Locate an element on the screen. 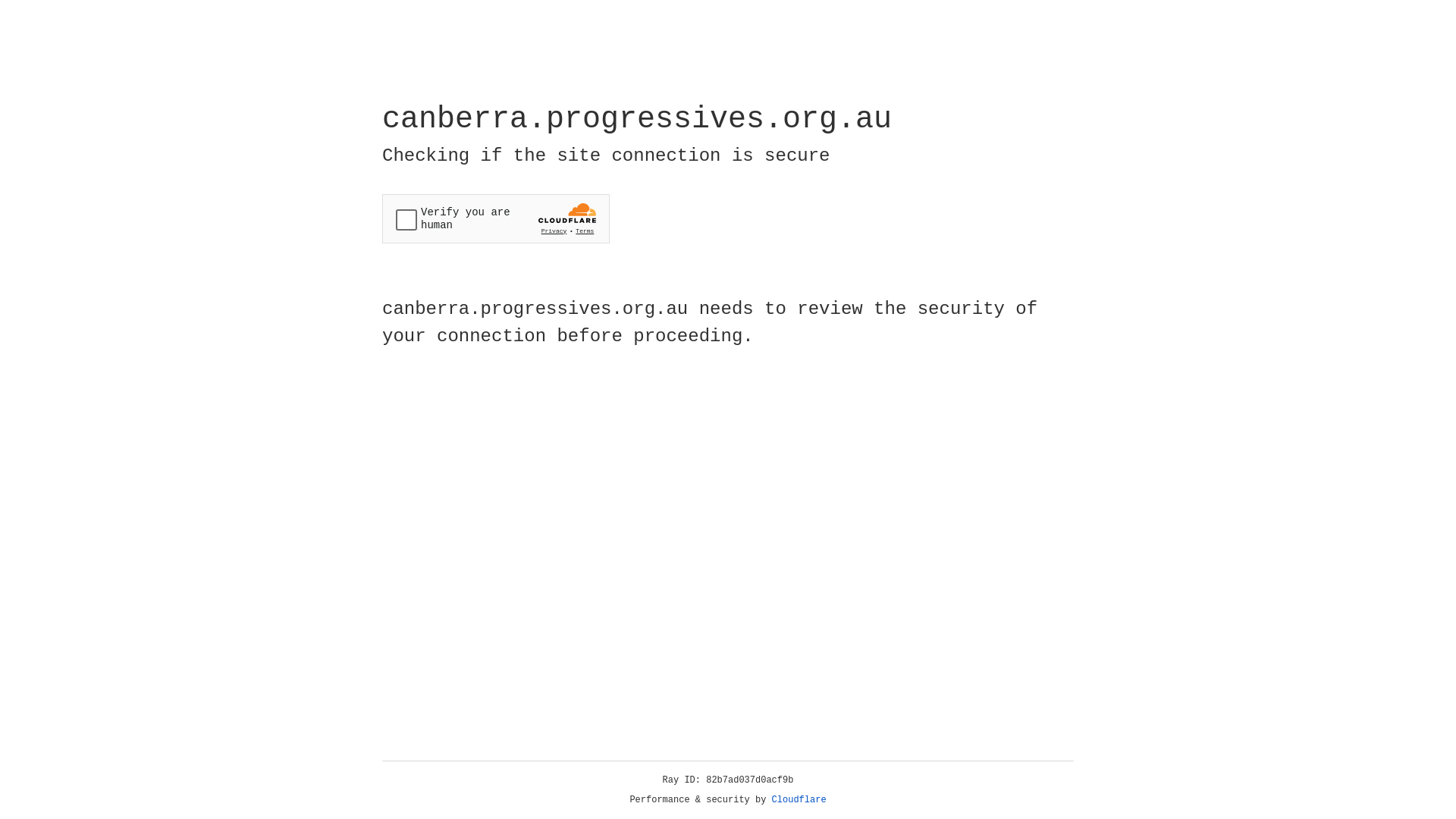 This screenshot has width=1456, height=819. 'Widget containing a Cloudflare security challenge' is located at coordinates (495, 218).